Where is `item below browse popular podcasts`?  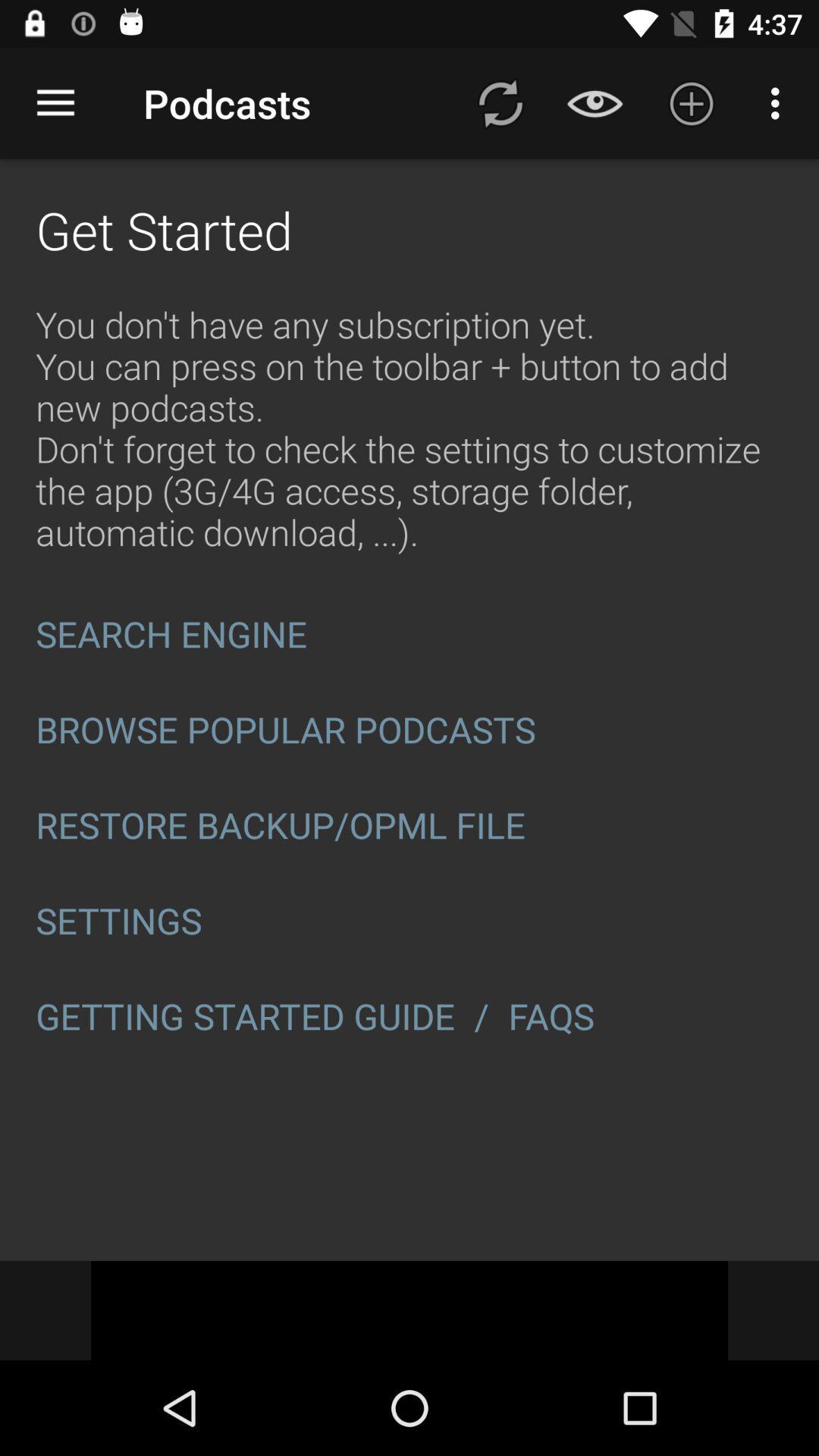 item below browse popular podcasts is located at coordinates (409, 824).